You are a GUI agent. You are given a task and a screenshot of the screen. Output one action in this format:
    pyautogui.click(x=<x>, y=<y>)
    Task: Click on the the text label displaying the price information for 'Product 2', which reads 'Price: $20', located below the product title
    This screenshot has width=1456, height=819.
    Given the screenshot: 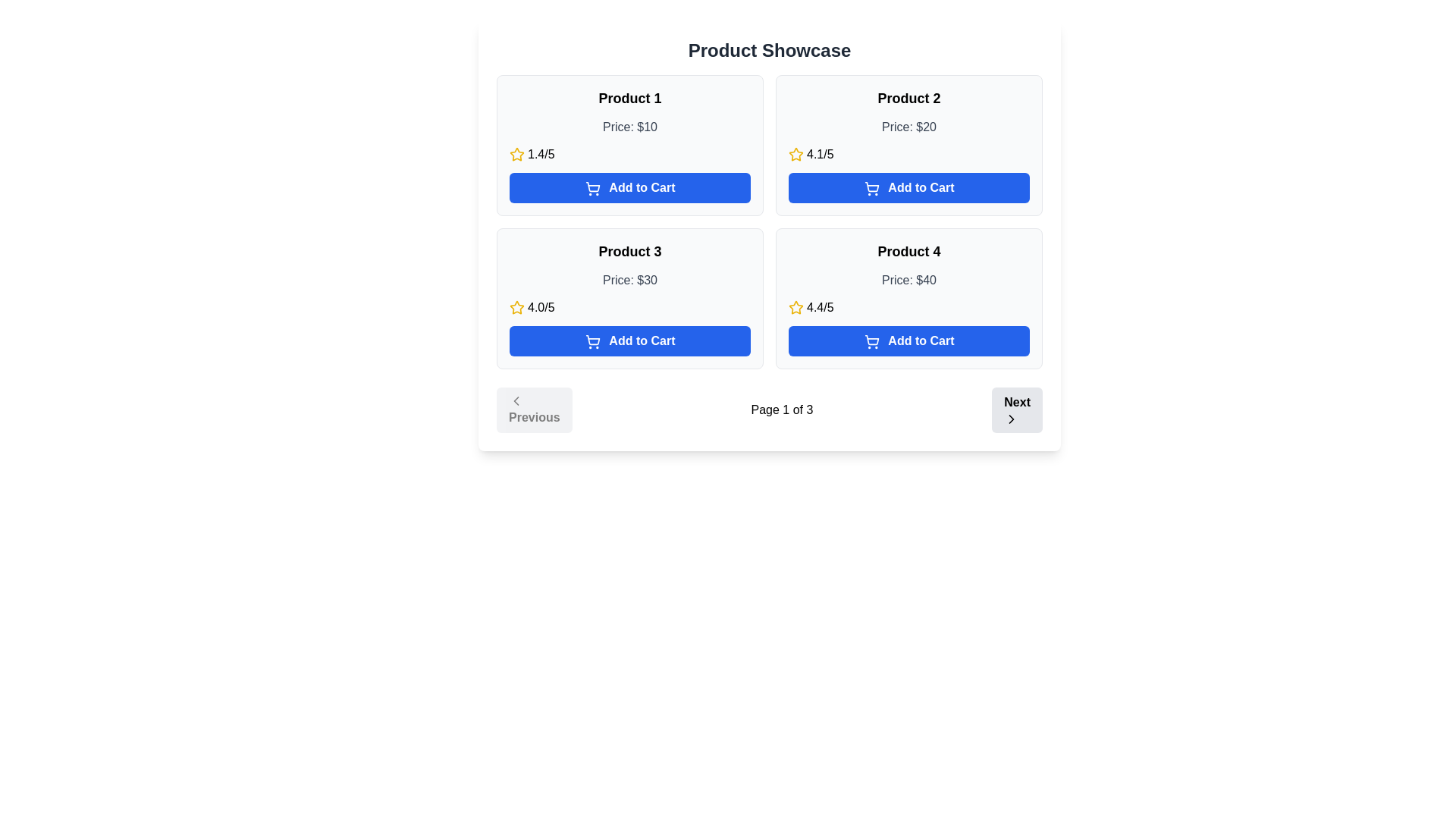 What is the action you would take?
    pyautogui.click(x=909, y=127)
    